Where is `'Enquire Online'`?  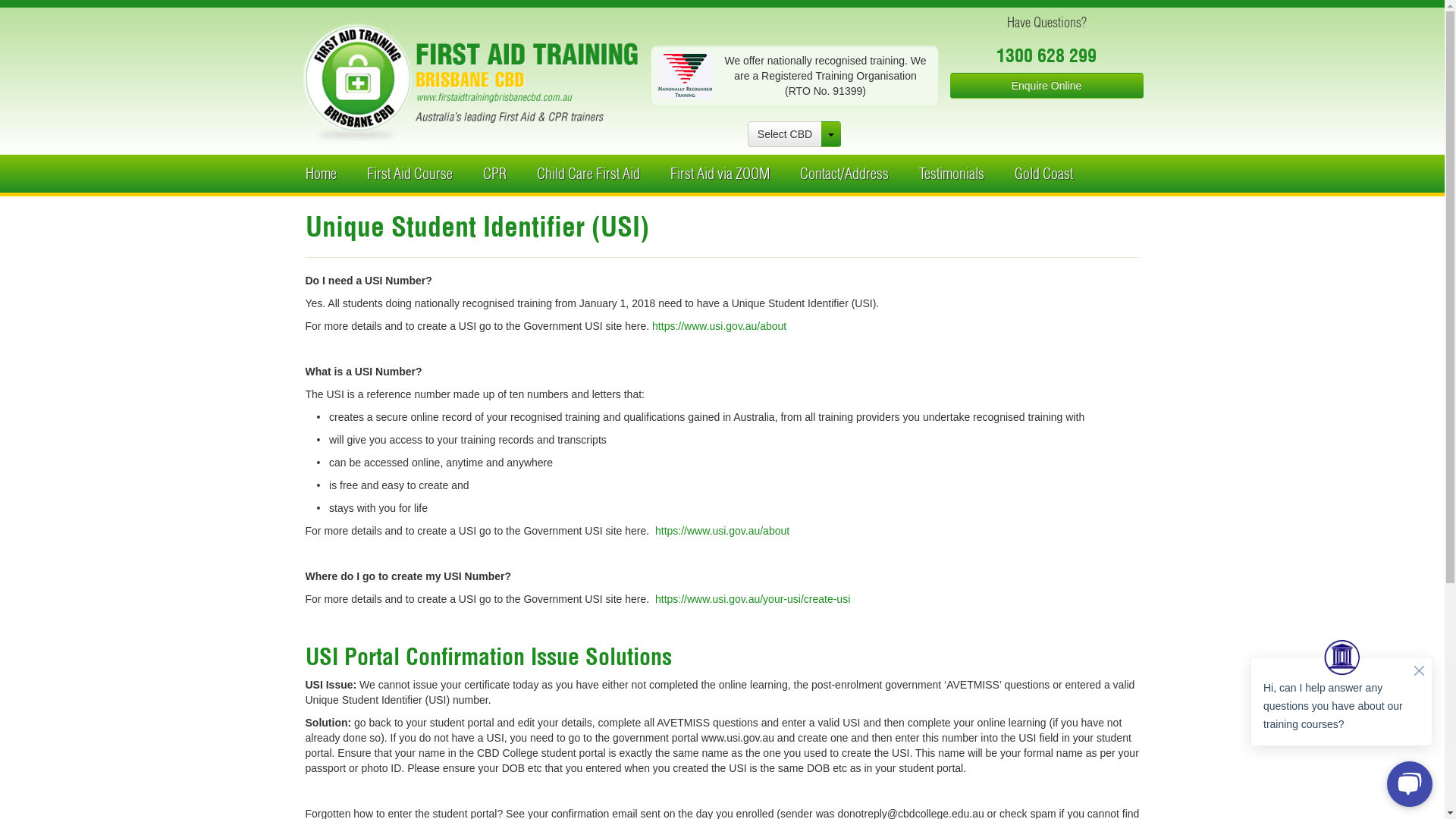 'Enquire Online' is located at coordinates (1045, 85).